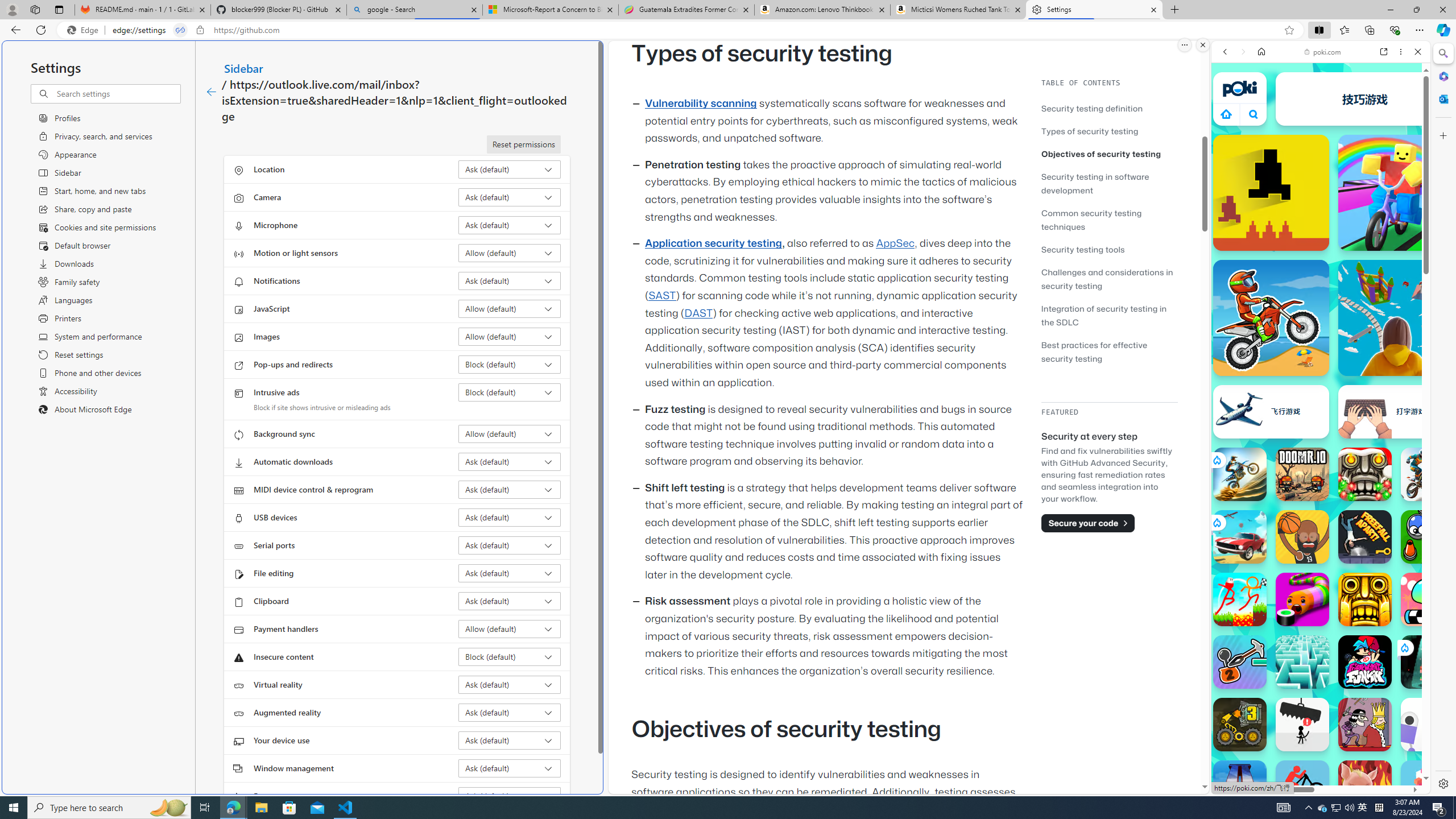 This screenshot has width=1456, height=819. Describe the element at coordinates (510, 336) in the screenshot. I see `'Images Allow (default)'` at that location.